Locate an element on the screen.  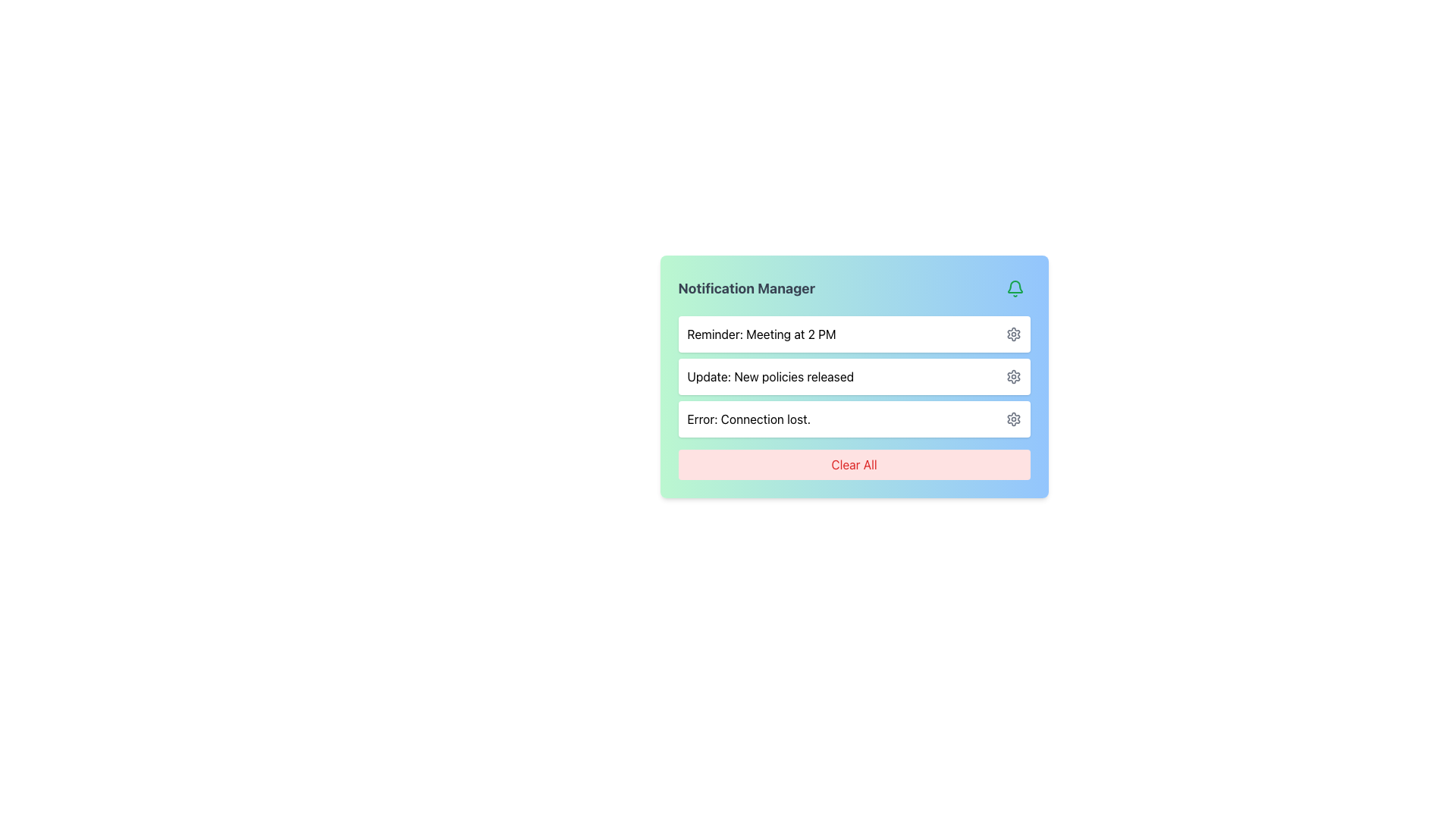
the gear-shaped icon button next to the reminder notification labeled 'Reminder: Meeting at 2 PM' is located at coordinates (1013, 333).